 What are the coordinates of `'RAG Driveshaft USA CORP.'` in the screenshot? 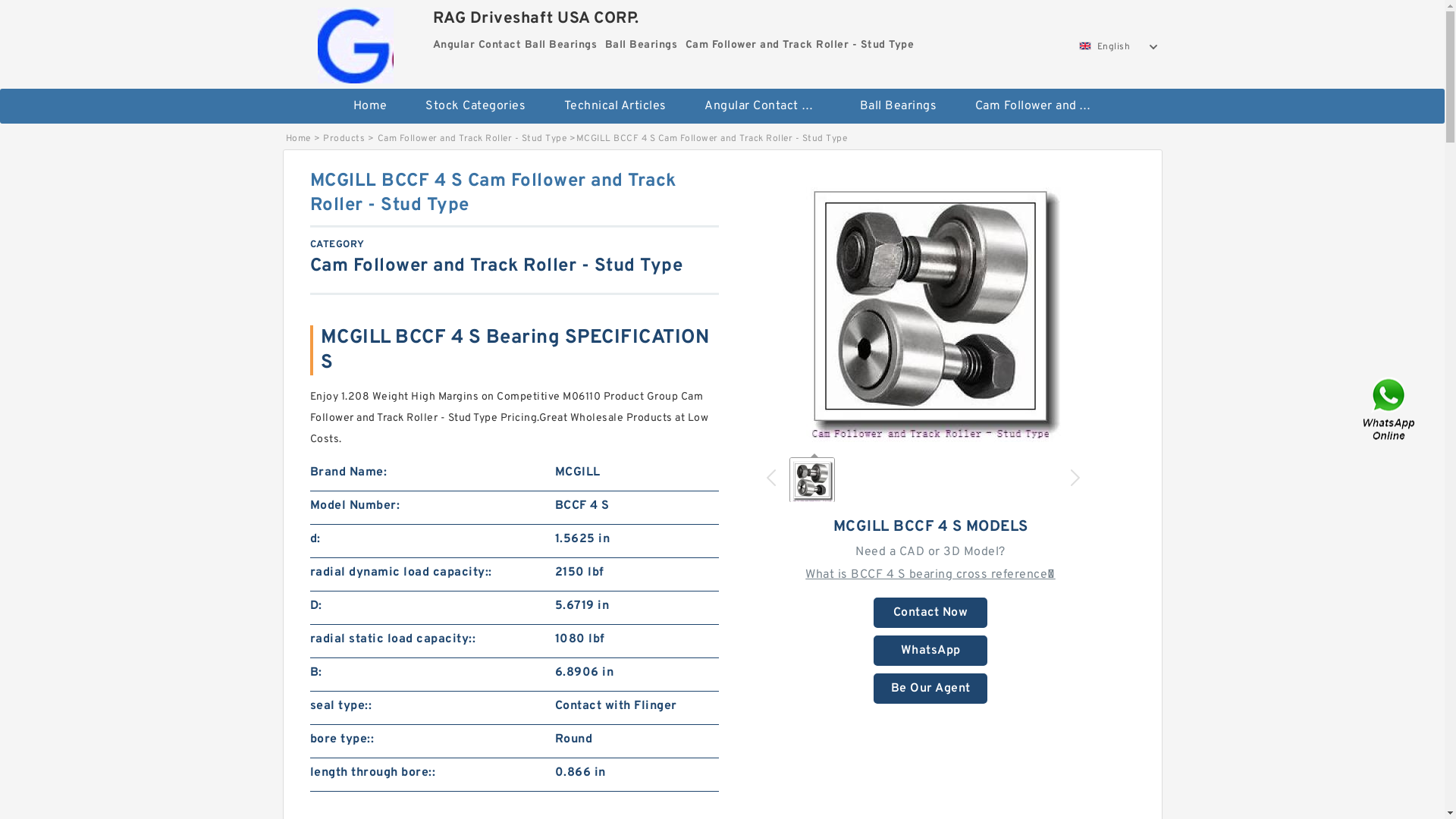 It's located at (355, 40).